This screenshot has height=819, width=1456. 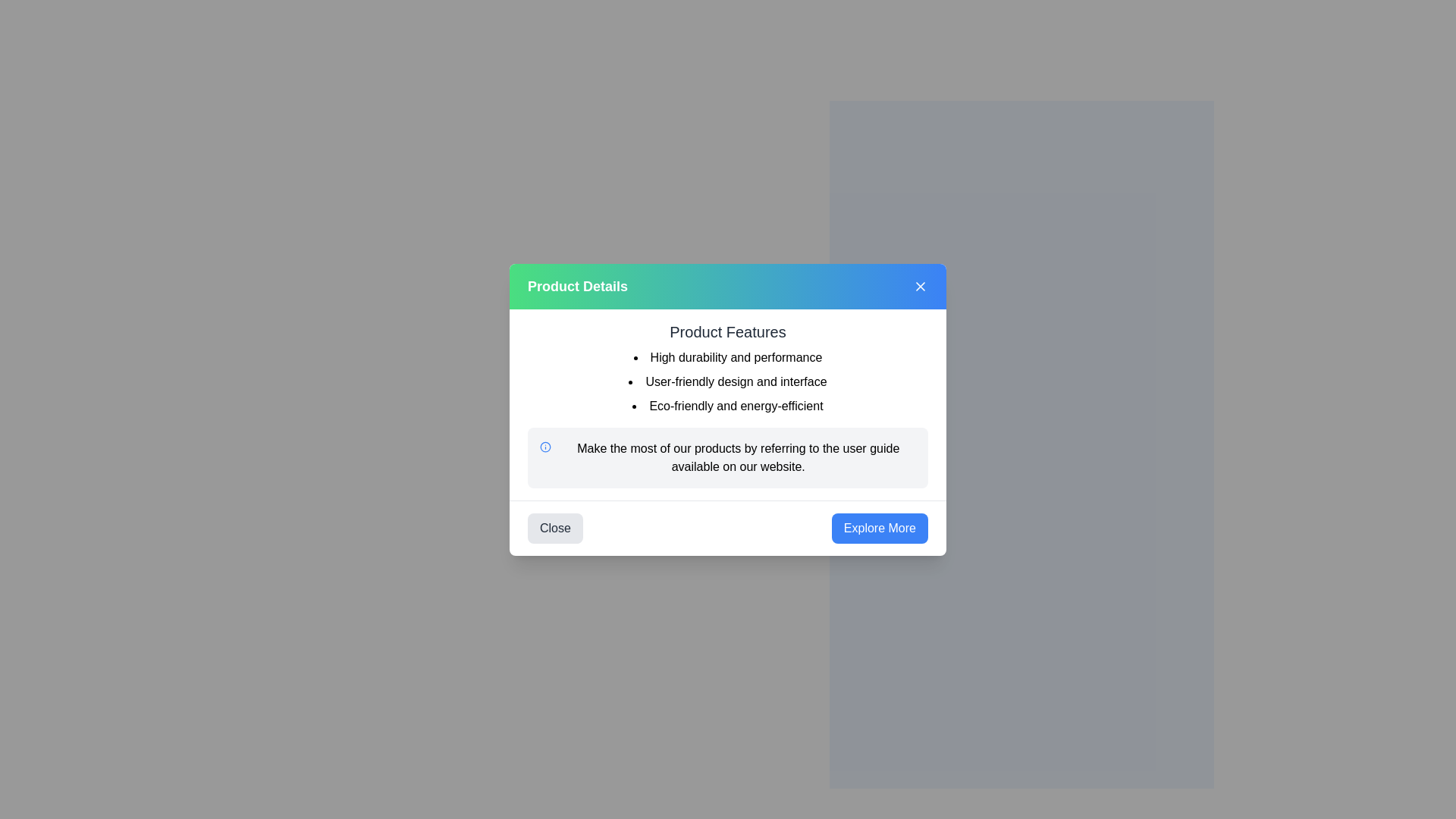 I want to click on the 'Product Features' text label, which is a bold, dark gray label located in the modal's content section, to access neighboring elements below it, so click(x=728, y=331).